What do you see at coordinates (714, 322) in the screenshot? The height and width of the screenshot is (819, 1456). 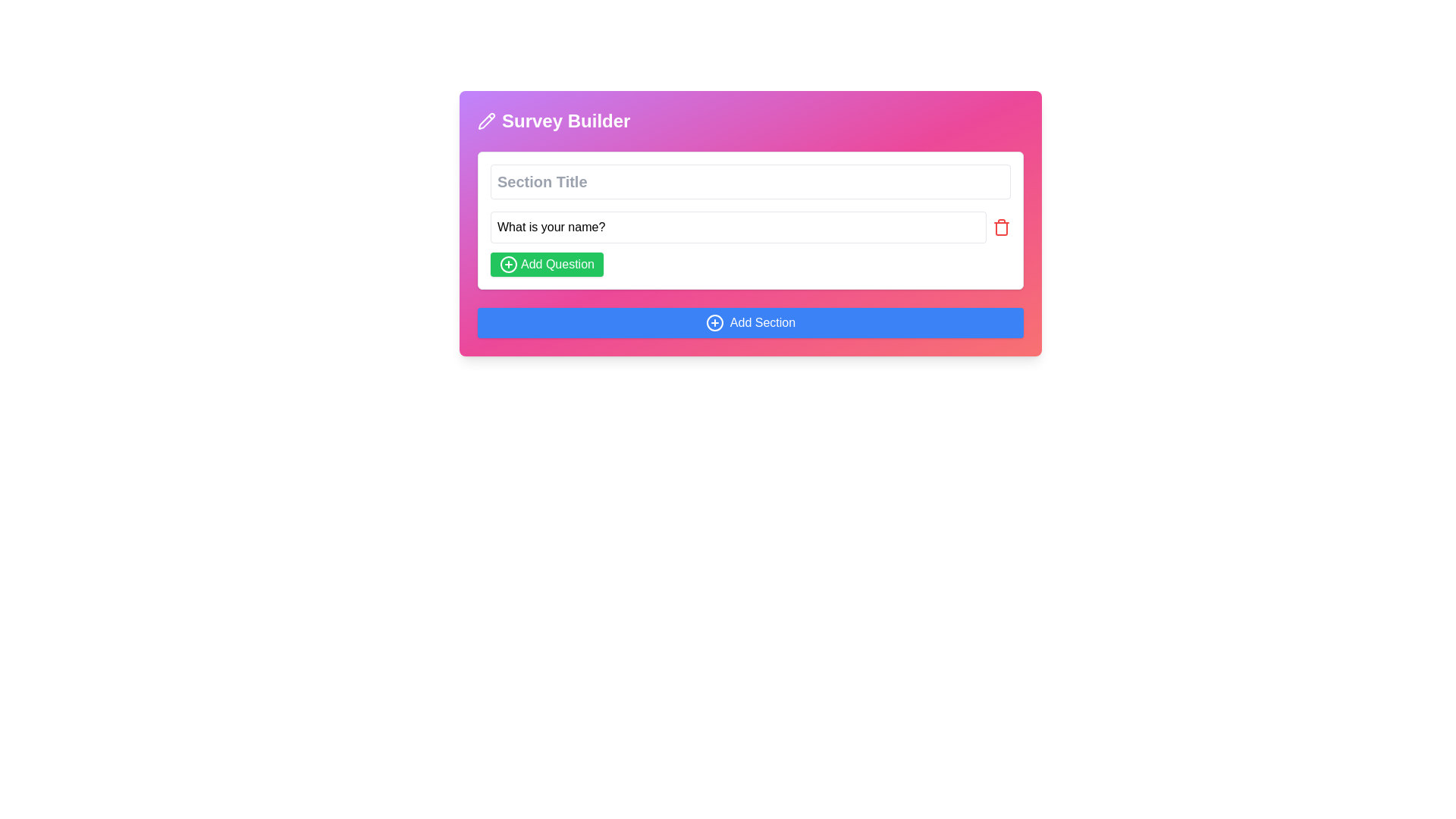 I see `the circular icon with a plus sign at the bottom of the Survey Builder interface` at bounding box center [714, 322].